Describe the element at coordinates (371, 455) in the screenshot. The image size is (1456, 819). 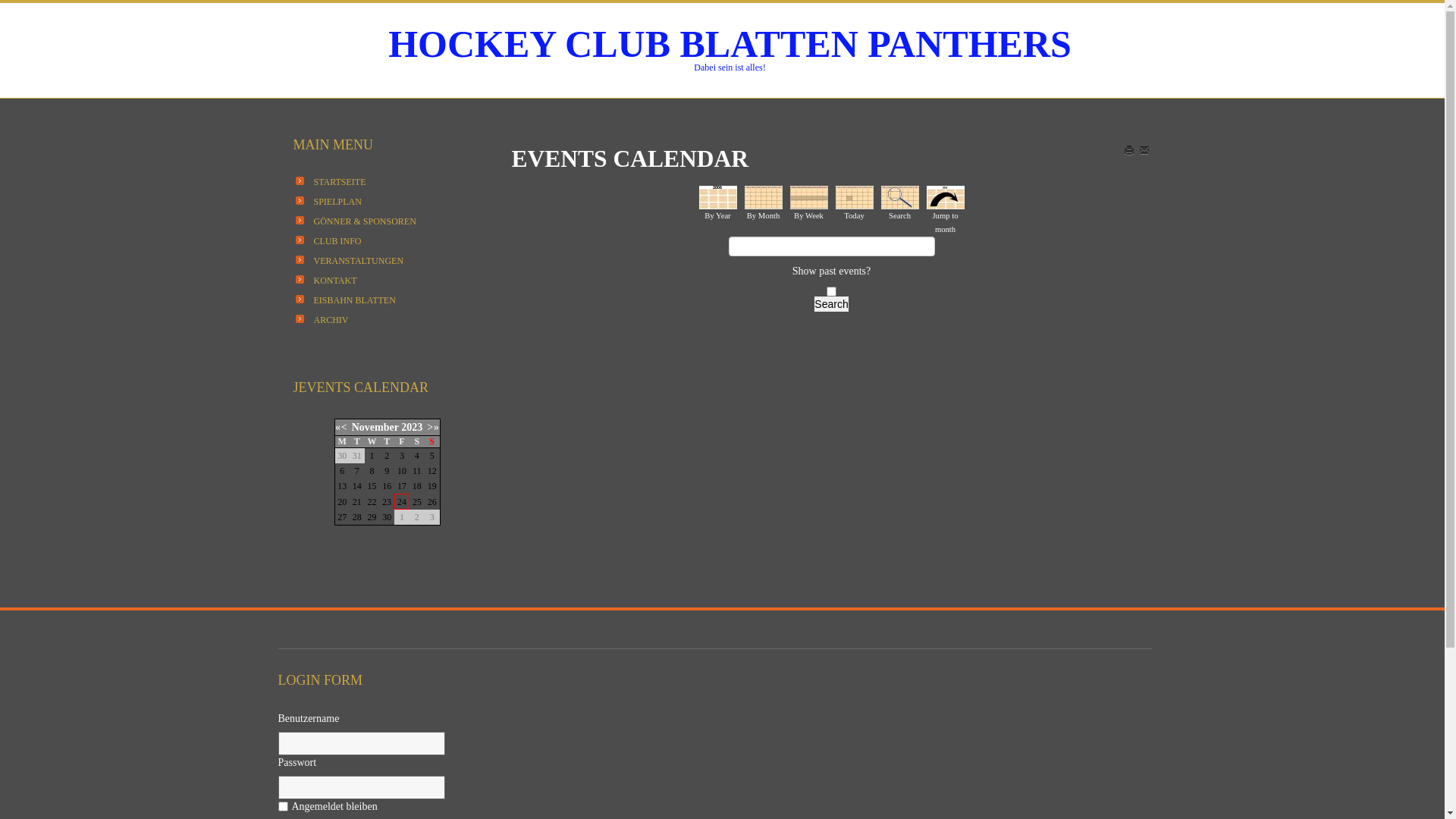
I see `'1'` at that location.